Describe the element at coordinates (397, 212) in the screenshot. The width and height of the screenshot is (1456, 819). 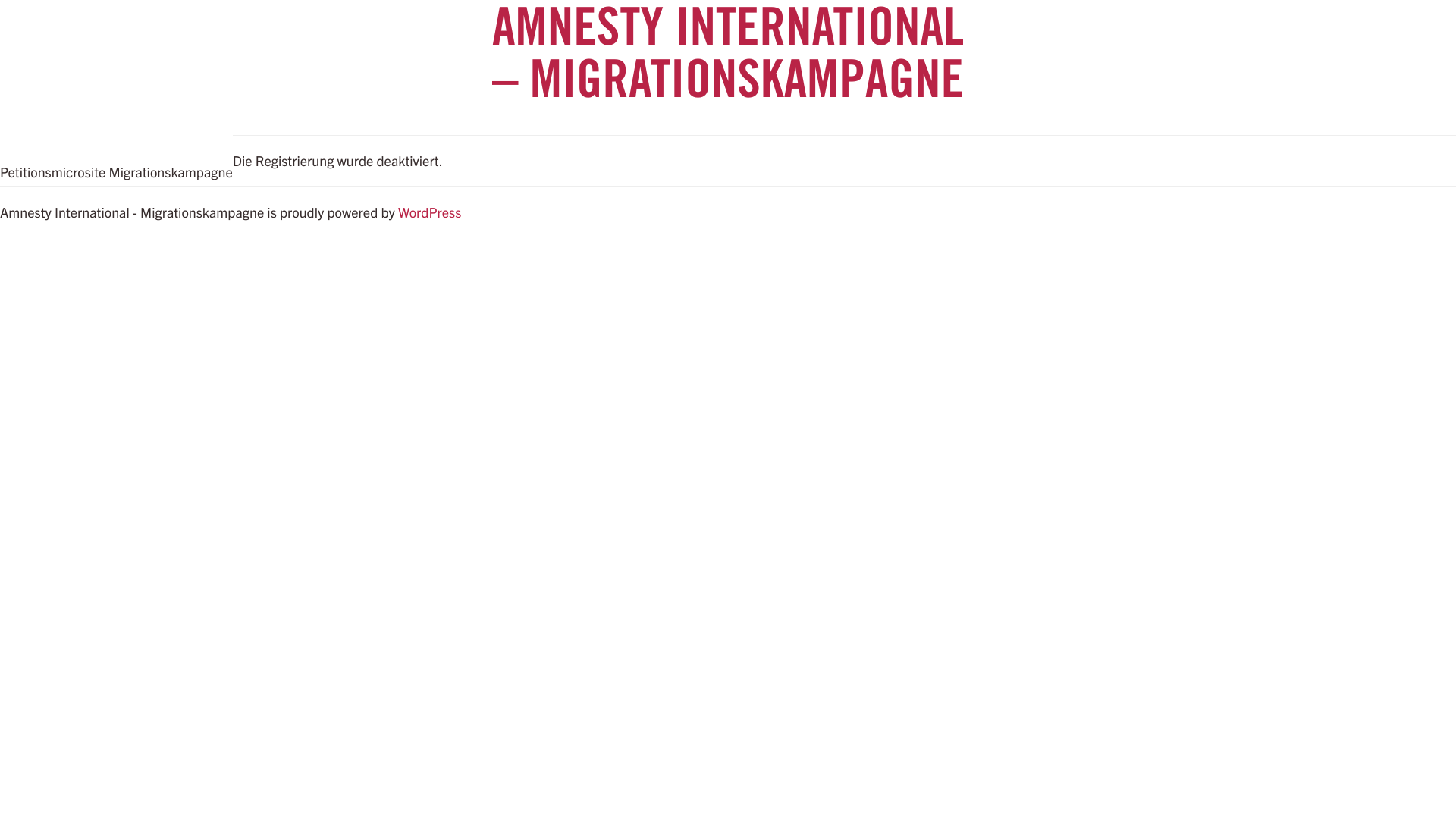
I see `'WordPress'` at that location.